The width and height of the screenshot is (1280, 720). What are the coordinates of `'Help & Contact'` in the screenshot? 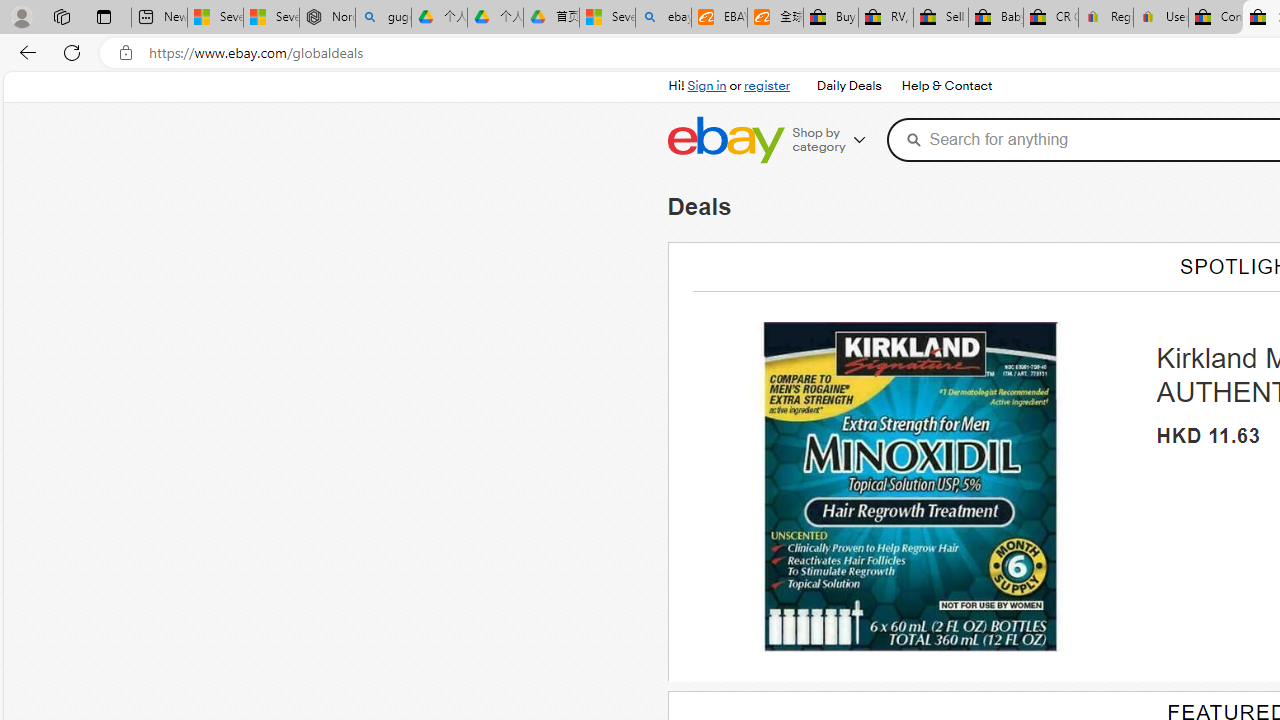 It's located at (944, 85).